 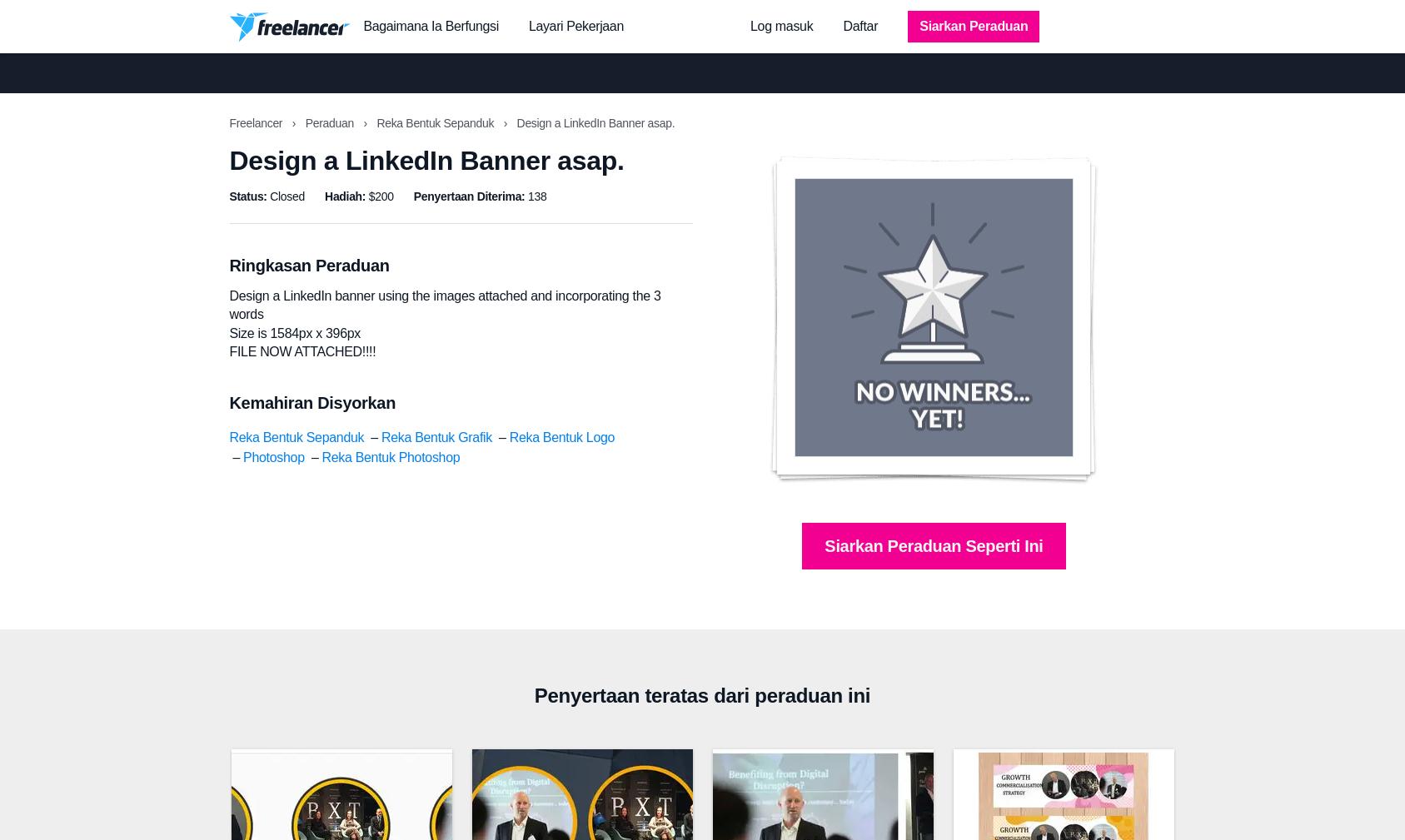 I want to click on '$200', so click(x=379, y=194).